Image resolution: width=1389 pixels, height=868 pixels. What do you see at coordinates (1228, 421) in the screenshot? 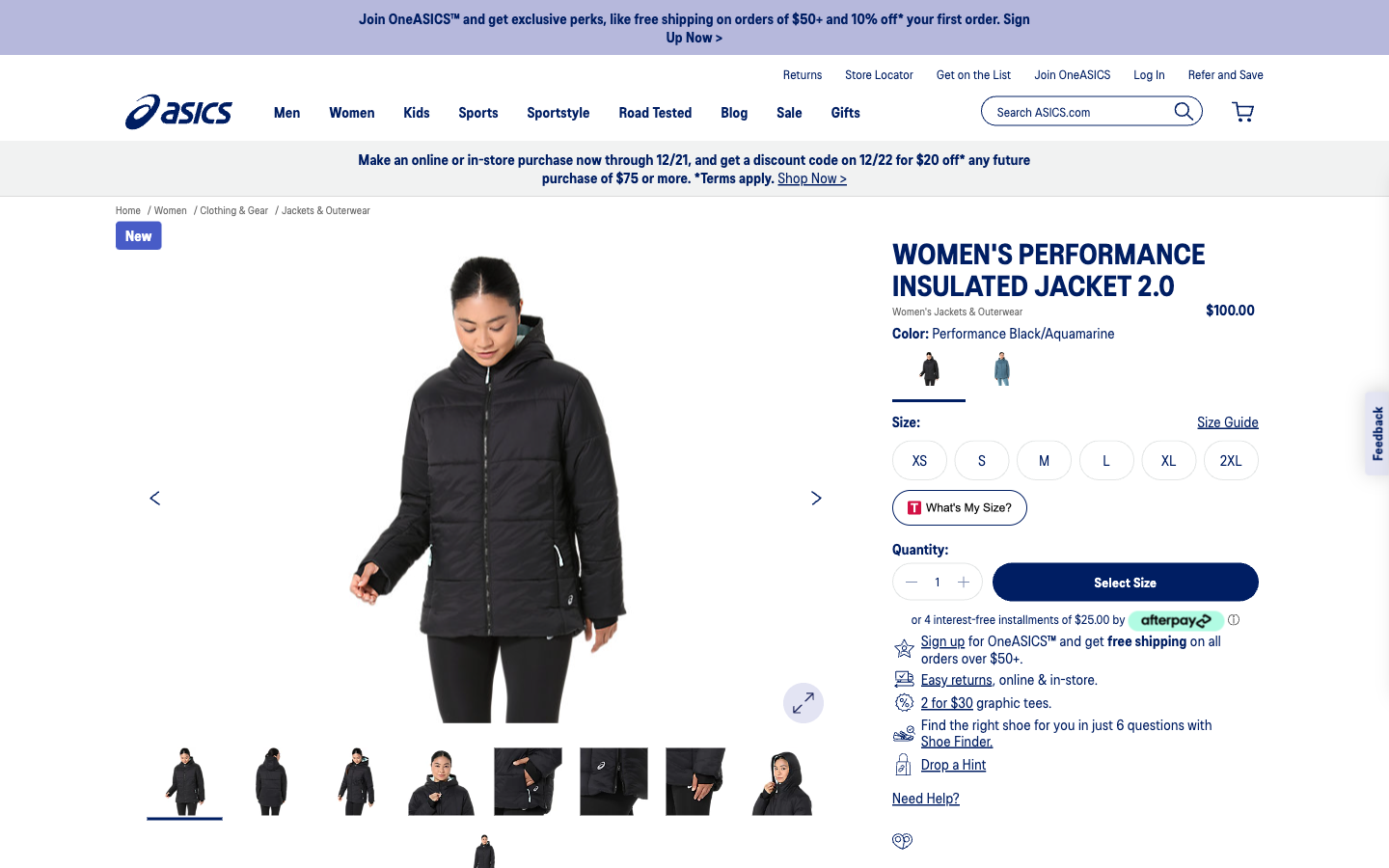
I see `Identify what size of item to order` at bounding box center [1228, 421].